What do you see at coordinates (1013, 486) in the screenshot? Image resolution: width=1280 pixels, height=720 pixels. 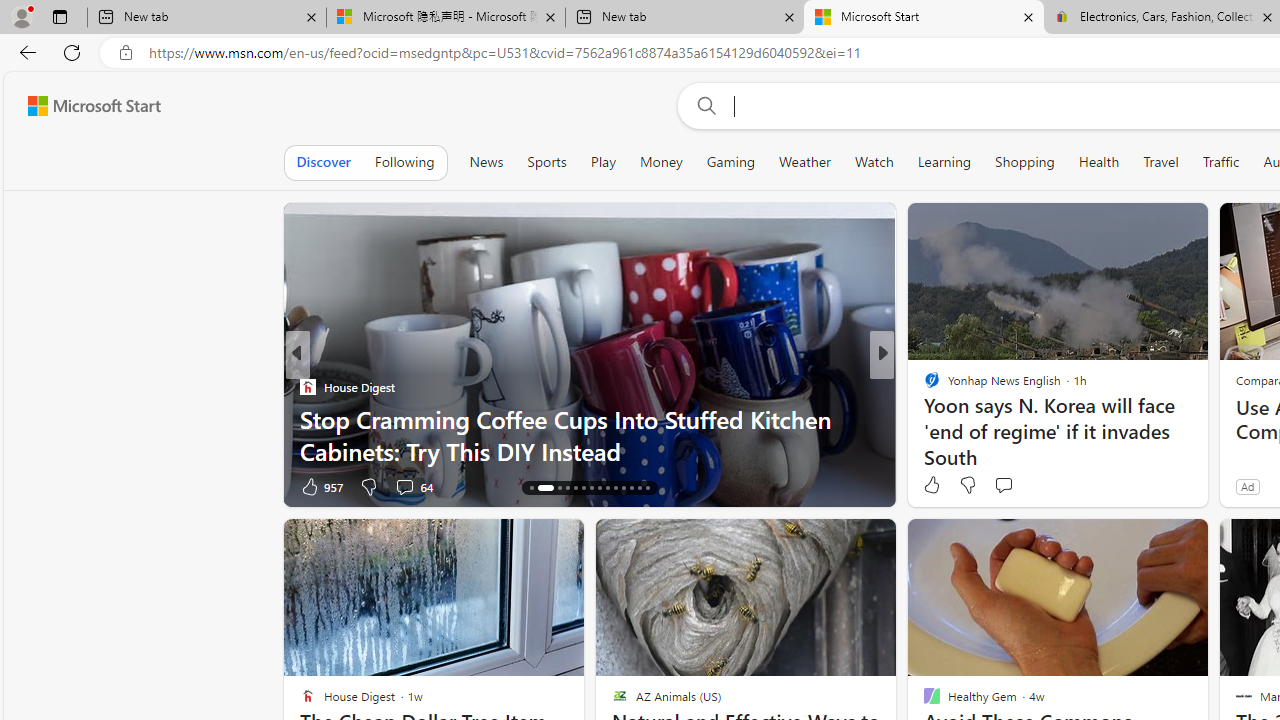 I see `'View comments 37 Comment'` at bounding box center [1013, 486].